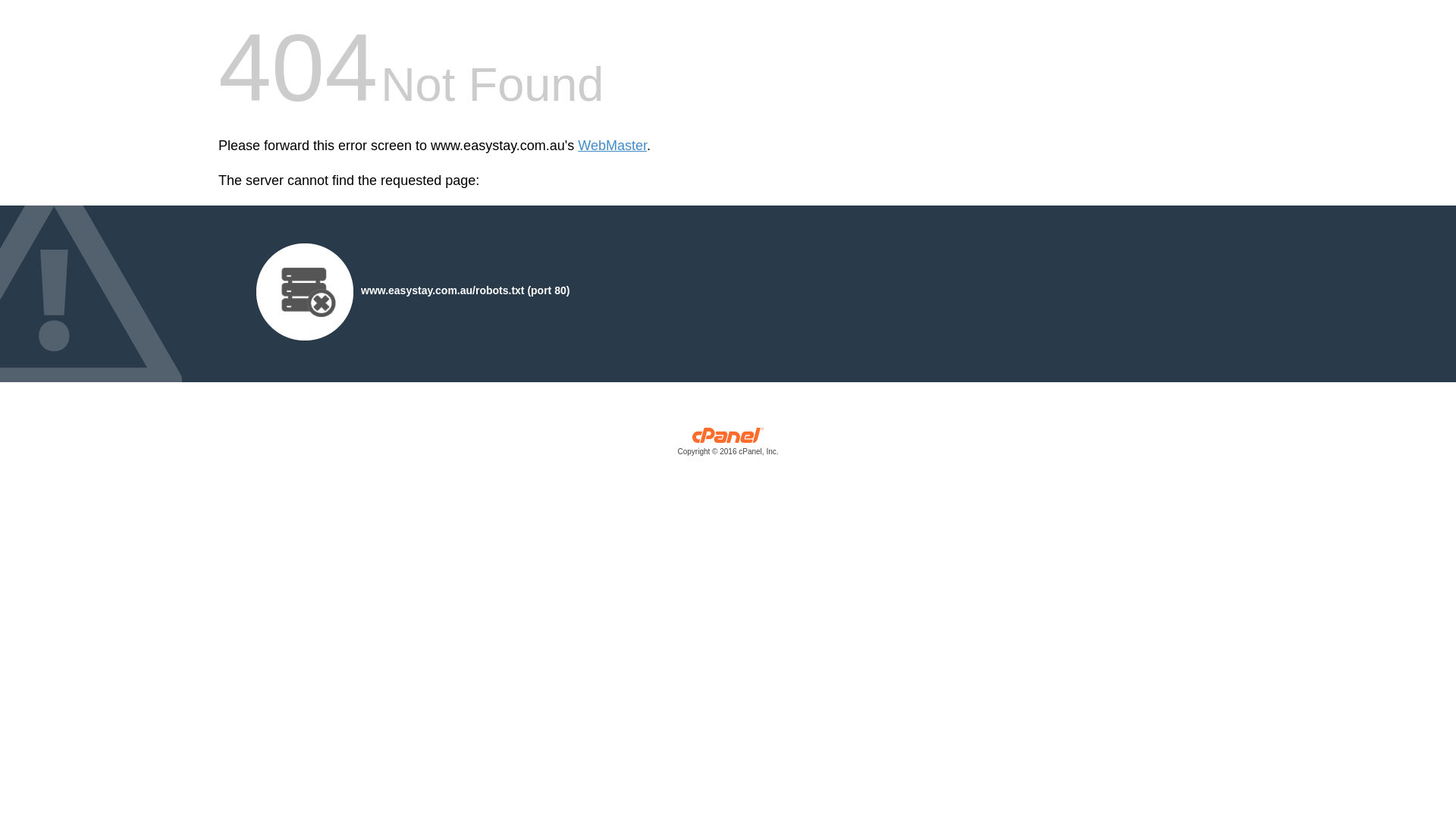 Image resolution: width=1456 pixels, height=819 pixels. What do you see at coordinates (612, 146) in the screenshot?
I see `'WebMaster'` at bounding box center [612, 146].